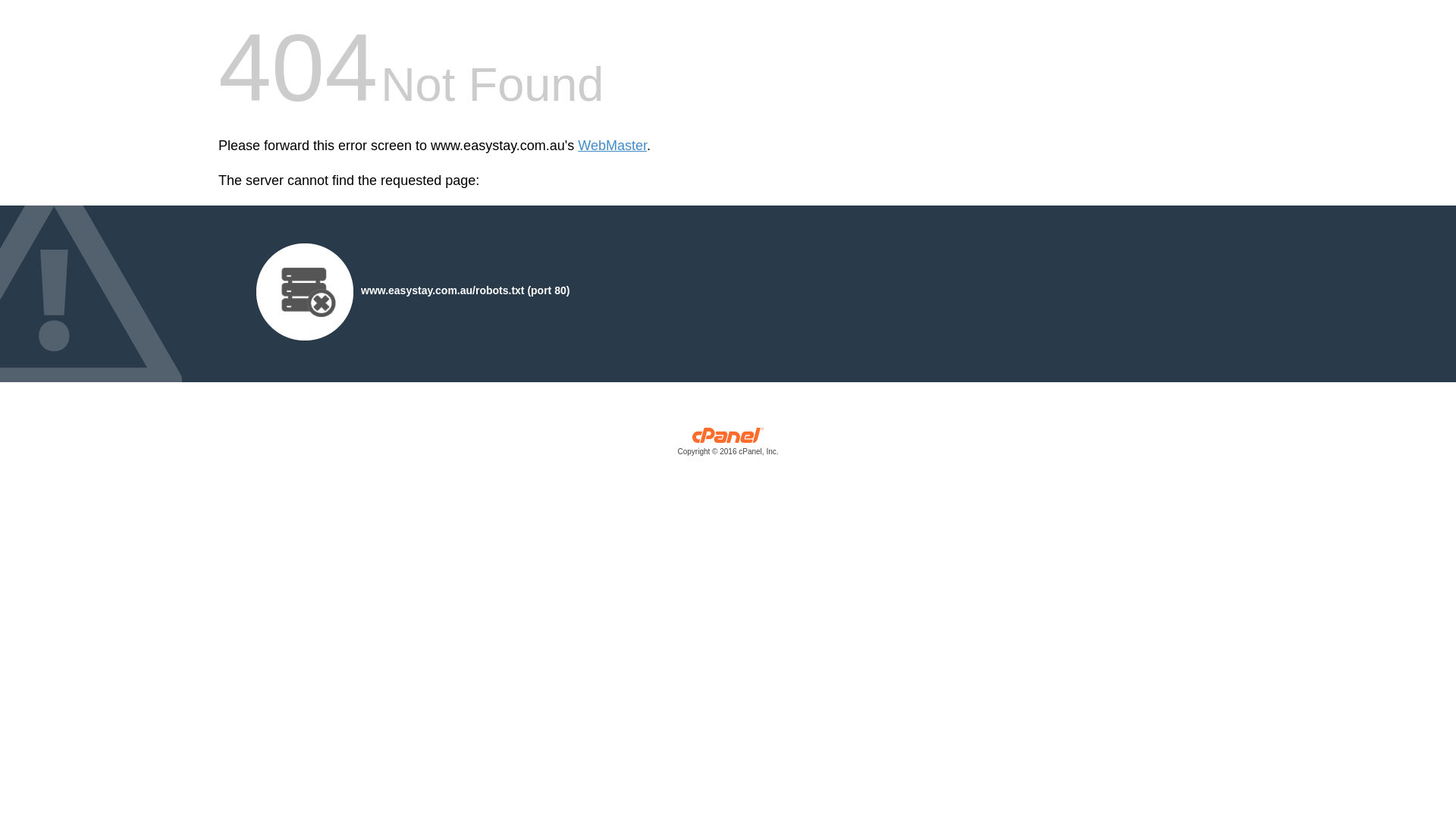 Image resolution: width=1456 pixels, height=819 pixels. What do you see at coordinates (612, 146) in the screenshot?
I see `'WebMaster'` at bounding box center [612, 146].